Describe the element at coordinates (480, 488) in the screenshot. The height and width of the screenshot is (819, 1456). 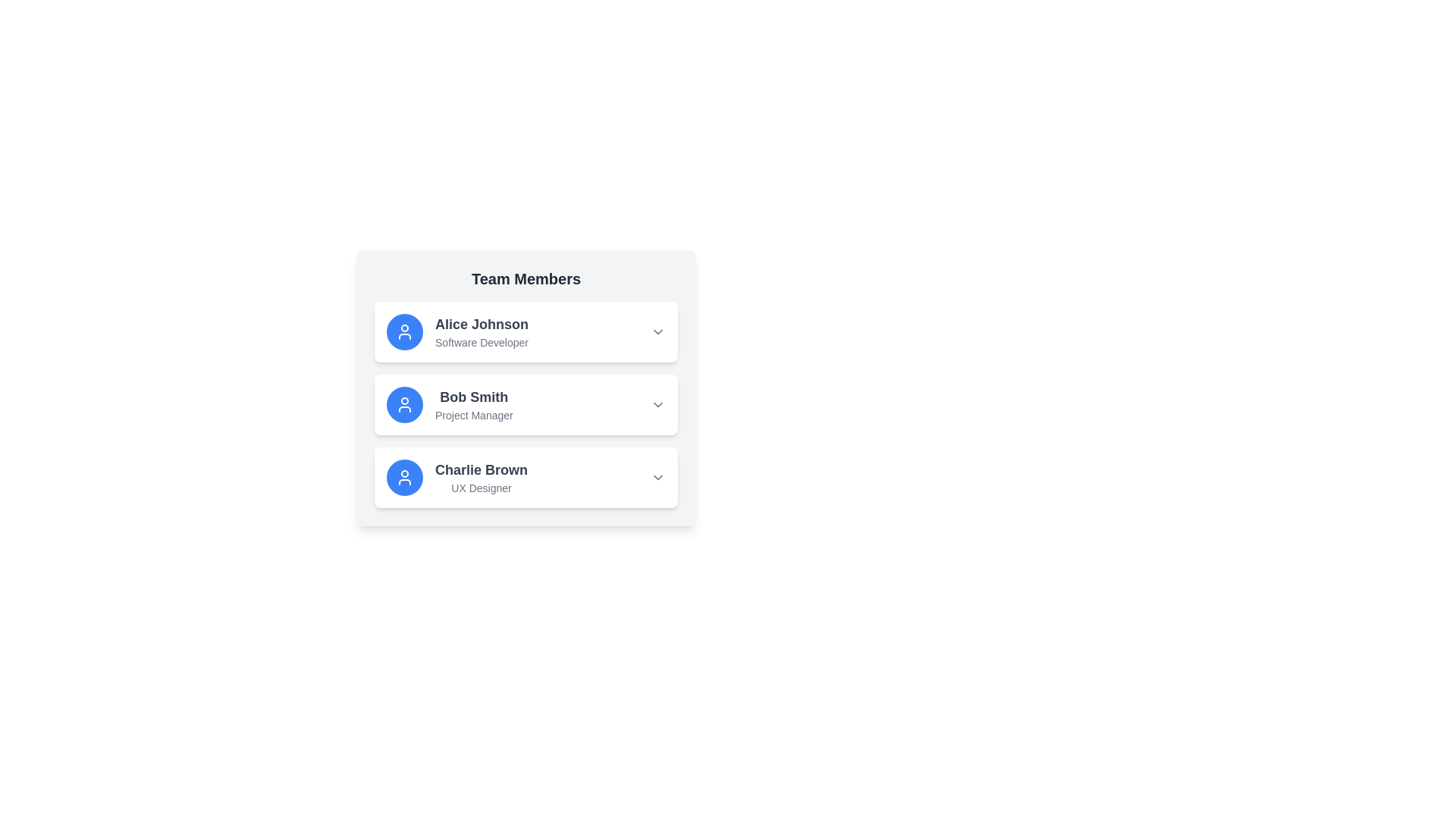
I see `text content of the Text label that describes 'Charlie Brown' as 'UX Designer', located in the third section of the Team Members list, directly under the text 'Charlie Brown'` at that location.